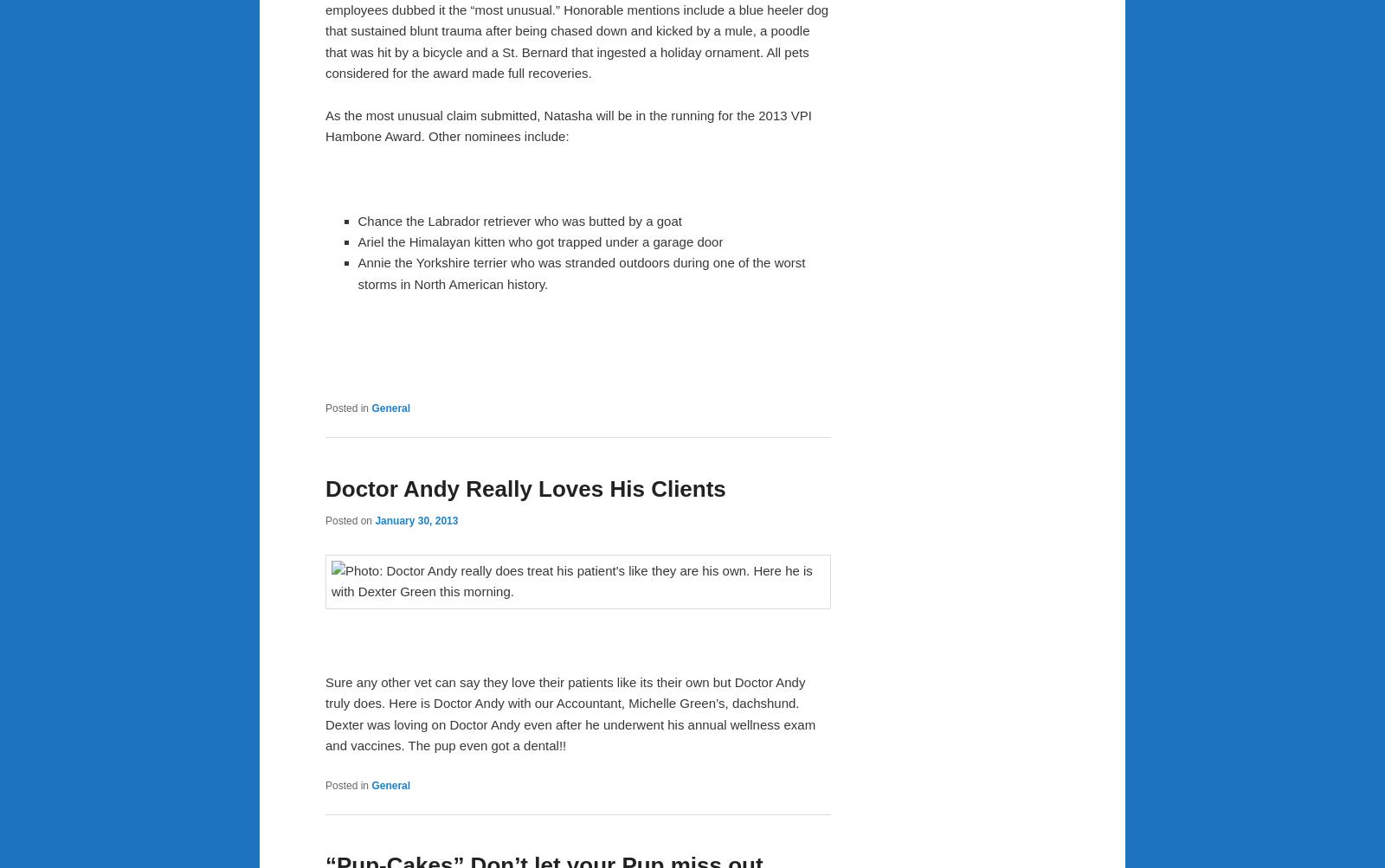  Describe the element at coordinates (570, 712) in the screenshot. I see `'Sure any other vet can say they love their patients like its their own but Doctor Andy truly does. Here is Doctor Andy with our Accountant, Michelle Green’s, dachshund. Dexter was loving on Doctor Andy even after he underwent his annual wellness exam and vaccines. The pup even got a dental!!'` at that location.